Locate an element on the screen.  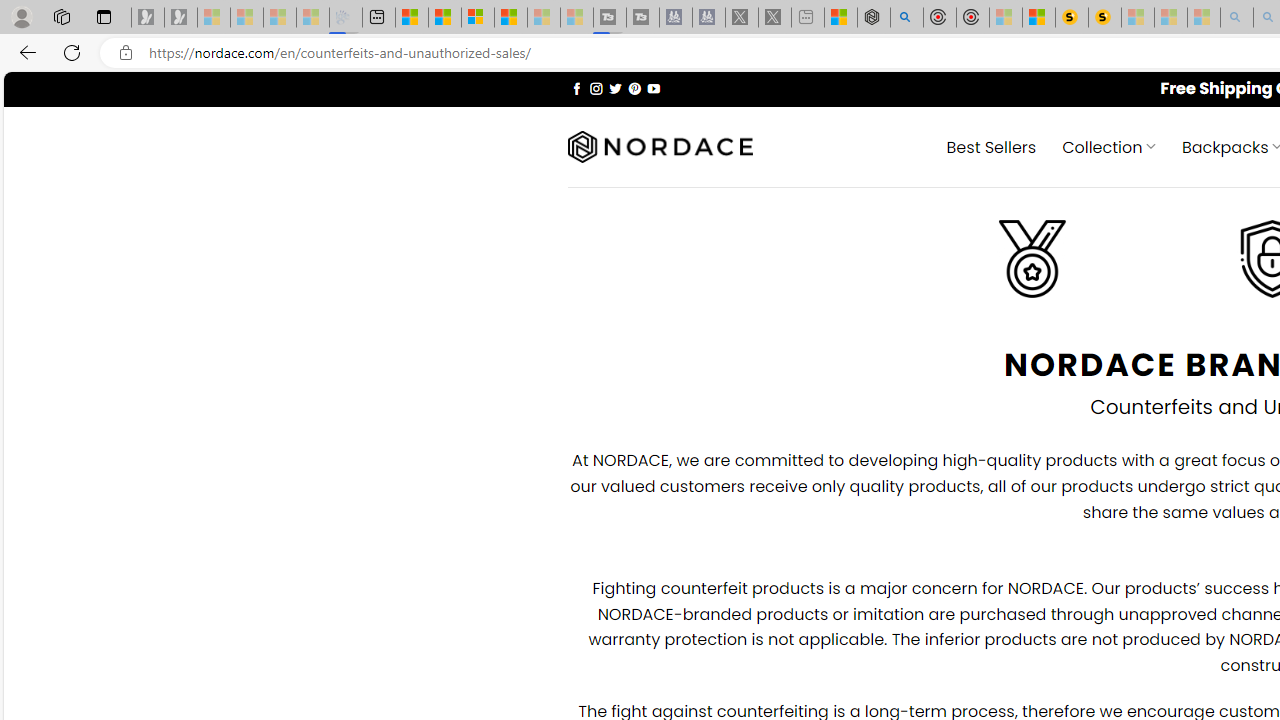
'Follow on Pinterest' is located at coordinates (633, 87).